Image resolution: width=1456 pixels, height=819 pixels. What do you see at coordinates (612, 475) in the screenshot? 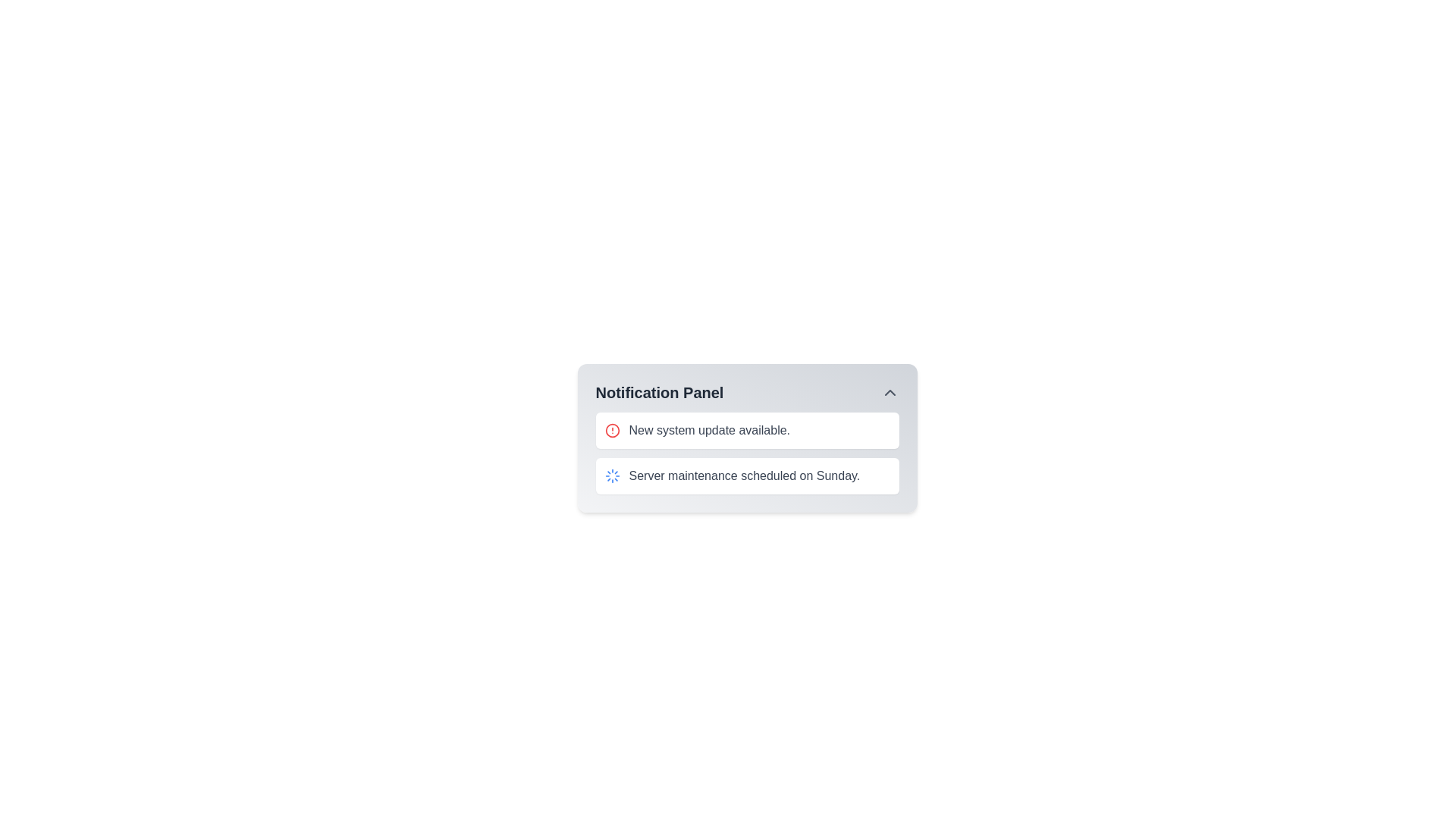
I see `the blue circular spinning loader icon, which resembles a gear or wheel, located in the second notification entry of the Notification Panel, to the left of the text 'Server maintenance scheduled on Sunday.'` at bounding box center [612, 475].